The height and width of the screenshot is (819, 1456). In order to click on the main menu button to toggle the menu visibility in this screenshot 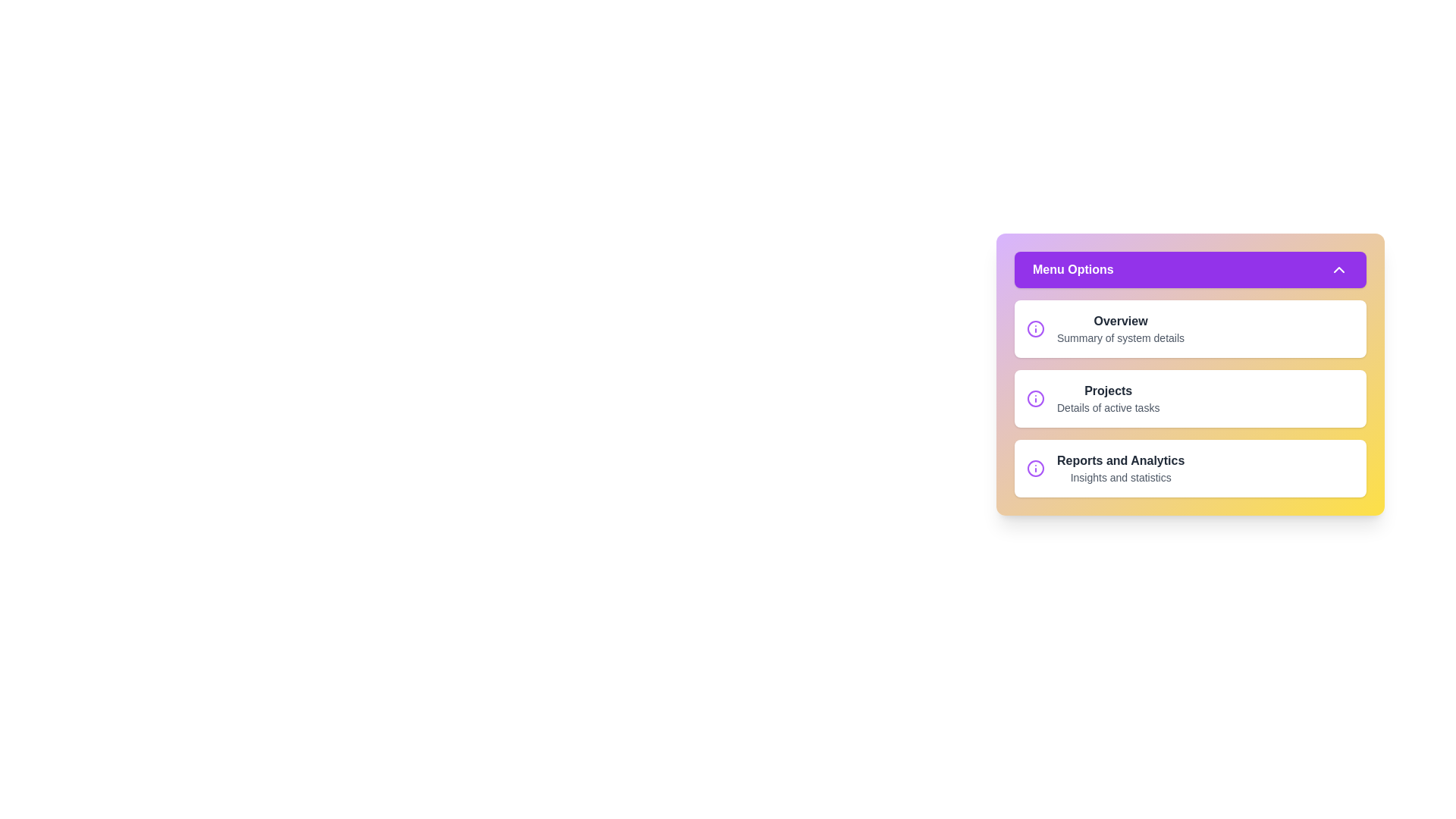, I will do `click(1189, 268)`.